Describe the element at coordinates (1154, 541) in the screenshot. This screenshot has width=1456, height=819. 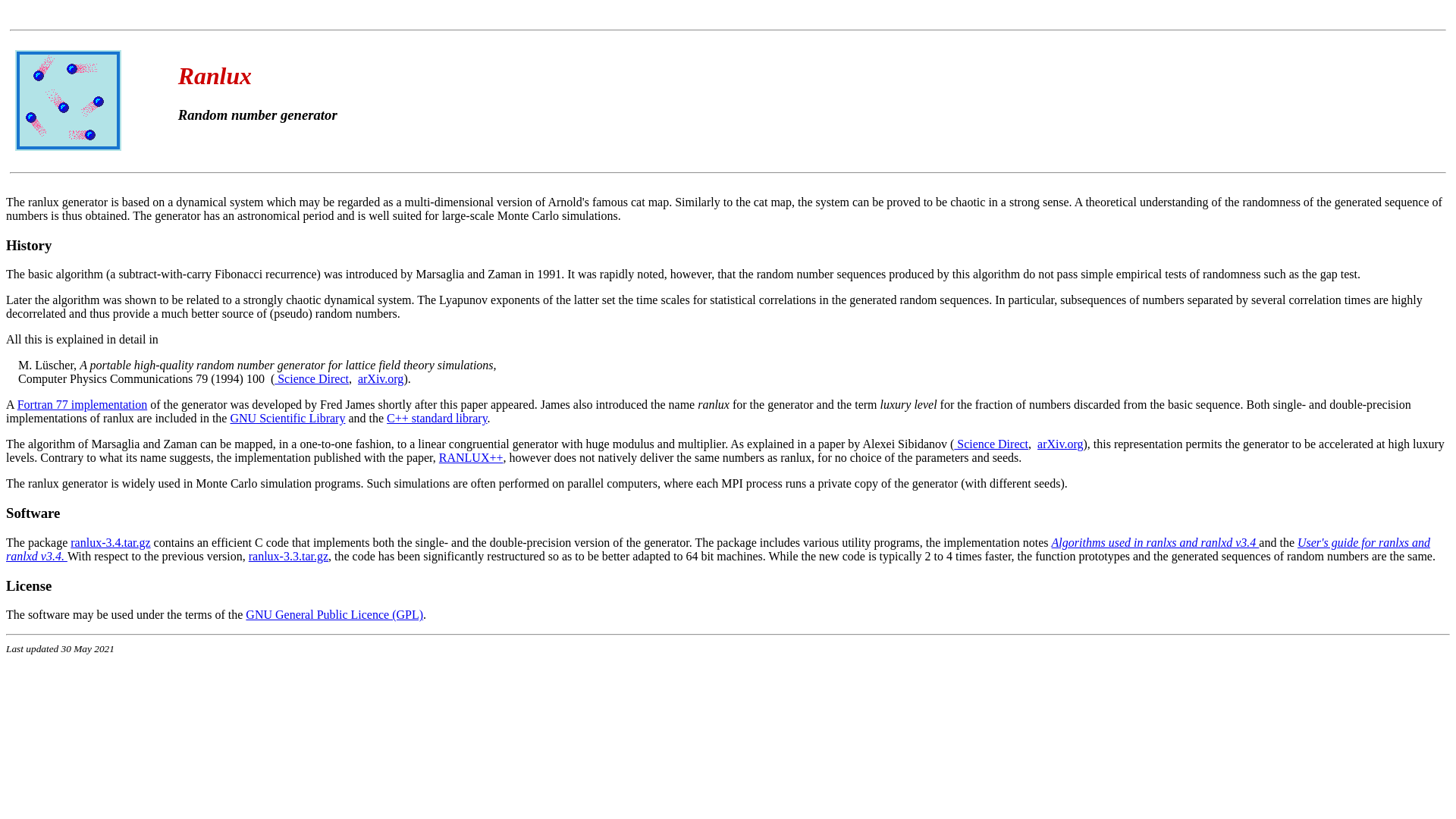
I see `'Algorithms used in ranlxs and ranlxd v3.4'` at that location.